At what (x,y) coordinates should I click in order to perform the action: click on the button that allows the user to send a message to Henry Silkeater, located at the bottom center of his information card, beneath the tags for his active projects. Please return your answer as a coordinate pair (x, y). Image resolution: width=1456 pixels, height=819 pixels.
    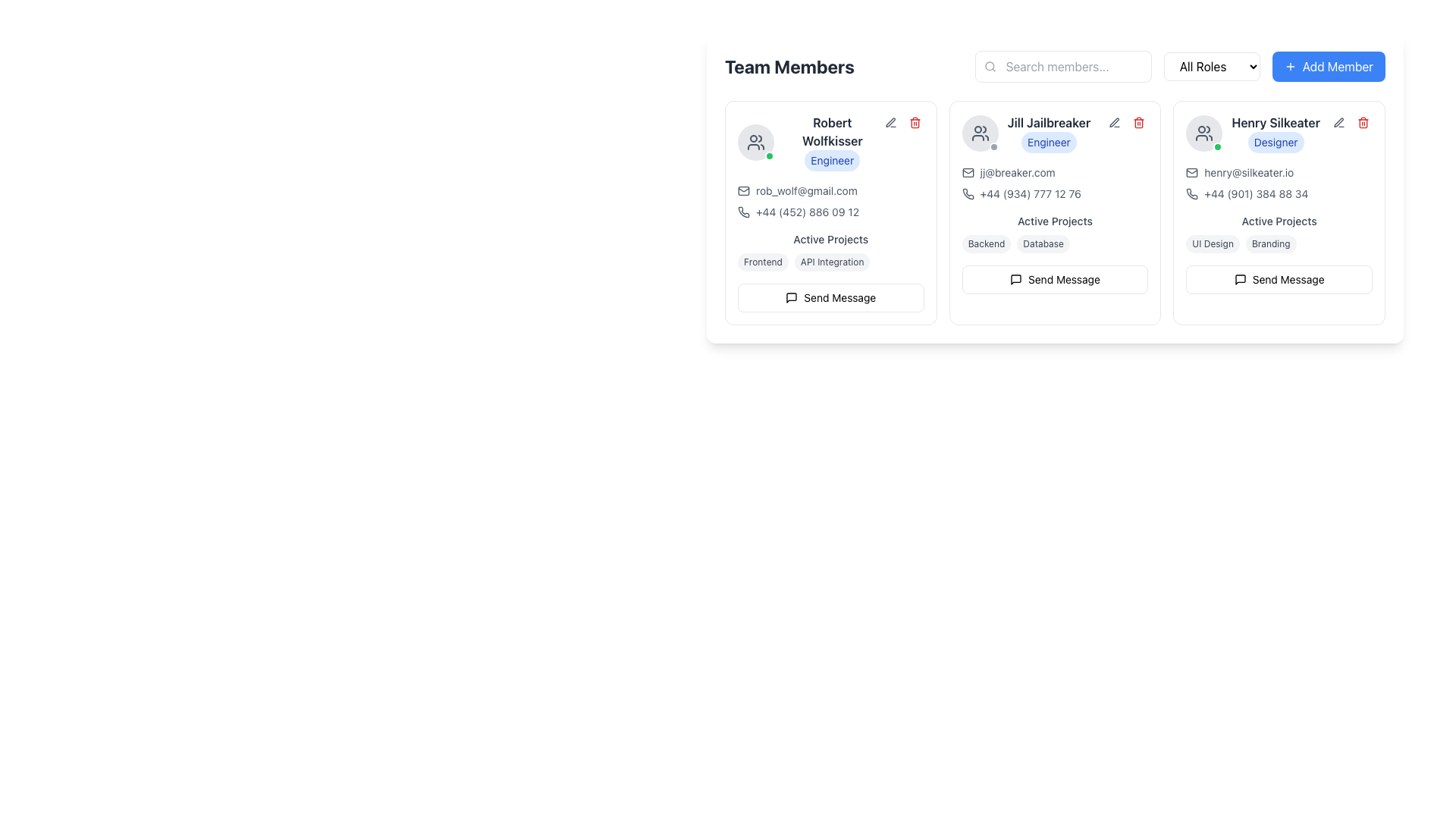
    Looking at the image, I should click on (1279, 280).